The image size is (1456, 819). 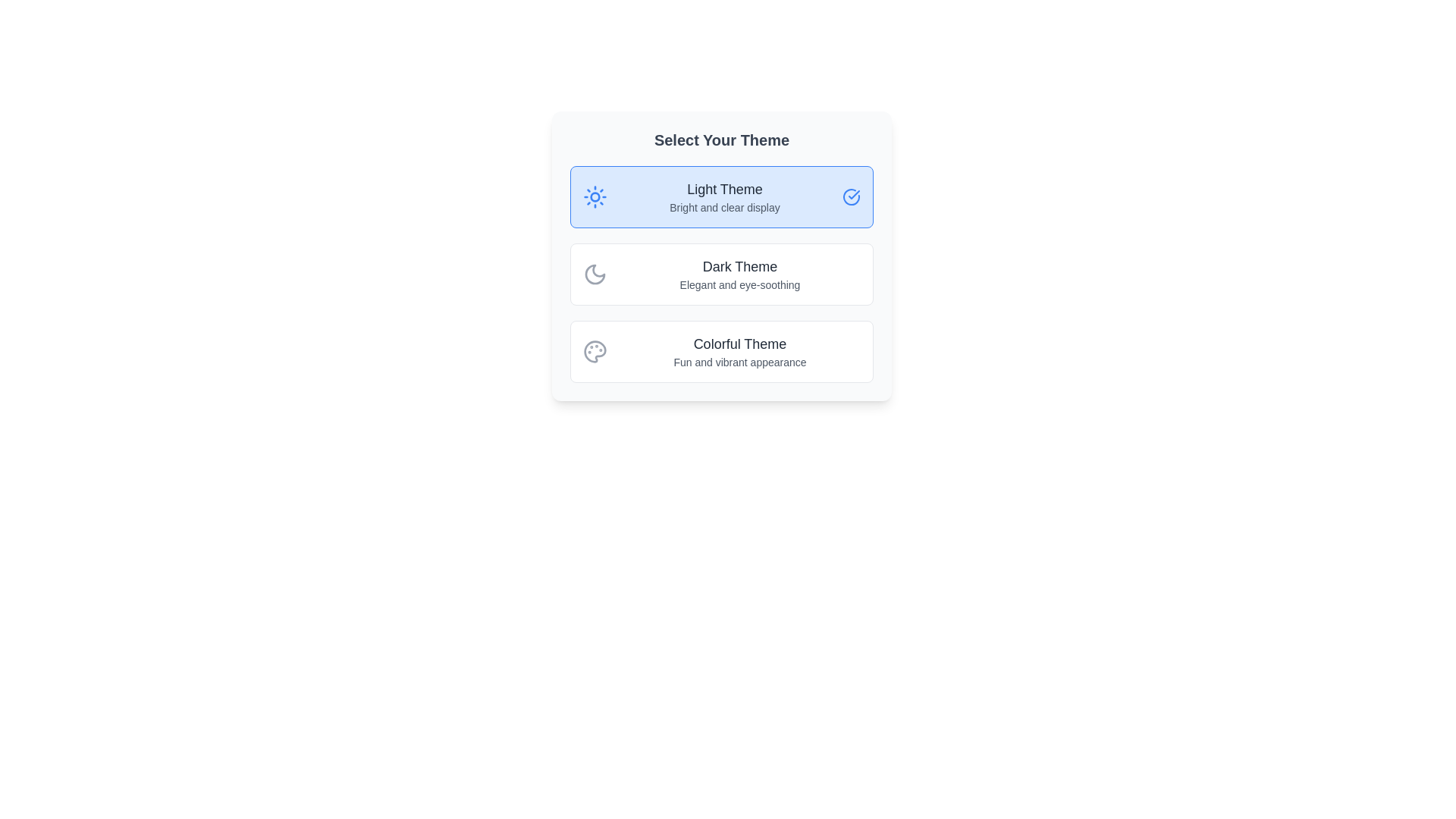 I want to click on the sun icon located on the far left of the top option card in the theme selection interface, adjacent to the 'Light Theme' and 'Bright and clear display' labels, so click(x=595, y=196).